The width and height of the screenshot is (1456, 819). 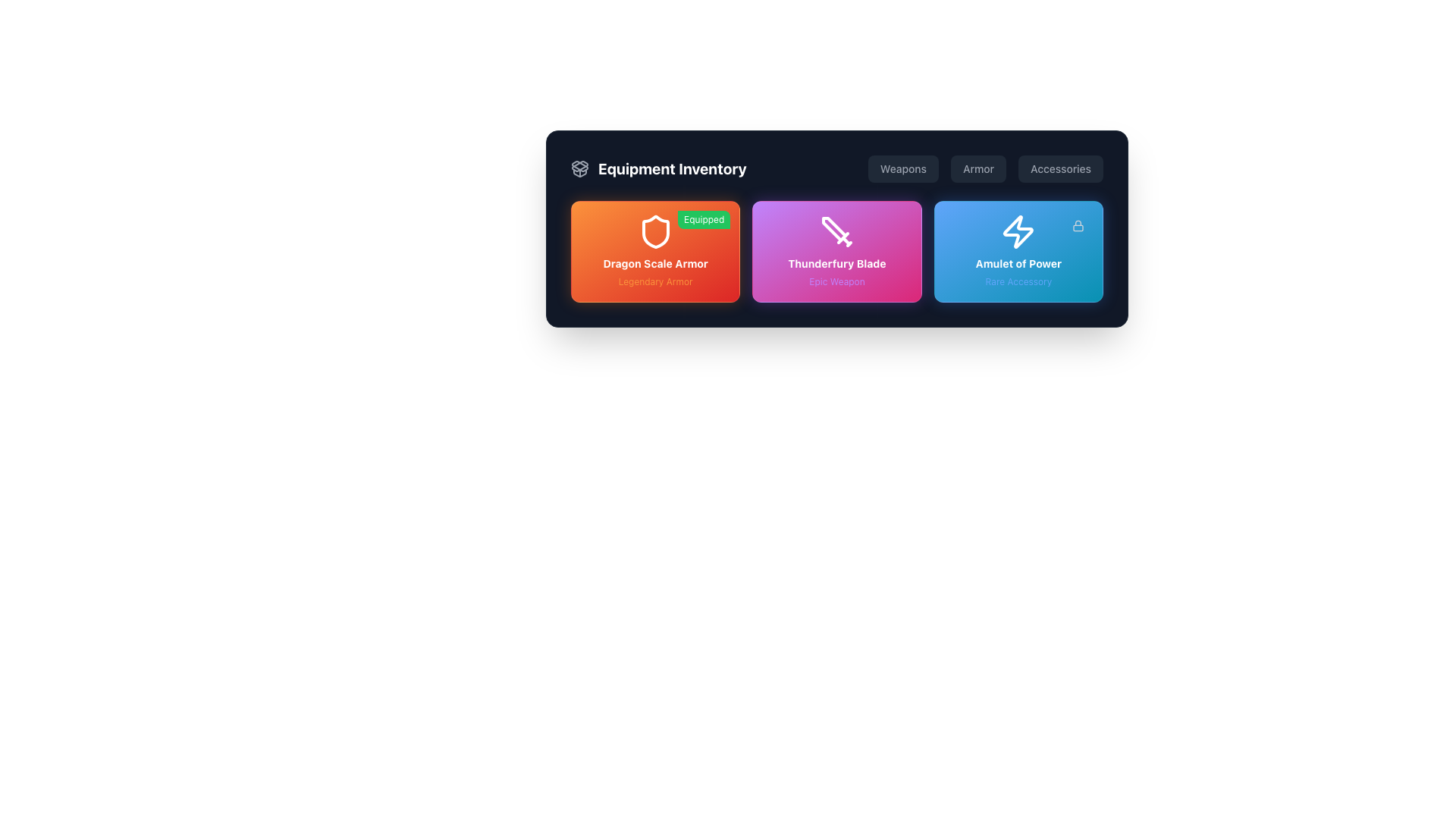 I want to click on the icon representing the 'Amulet of Power' item, which is centered within the blue card labeled 'Amulet of Power' in the interface, so click(x=1018, y=231).